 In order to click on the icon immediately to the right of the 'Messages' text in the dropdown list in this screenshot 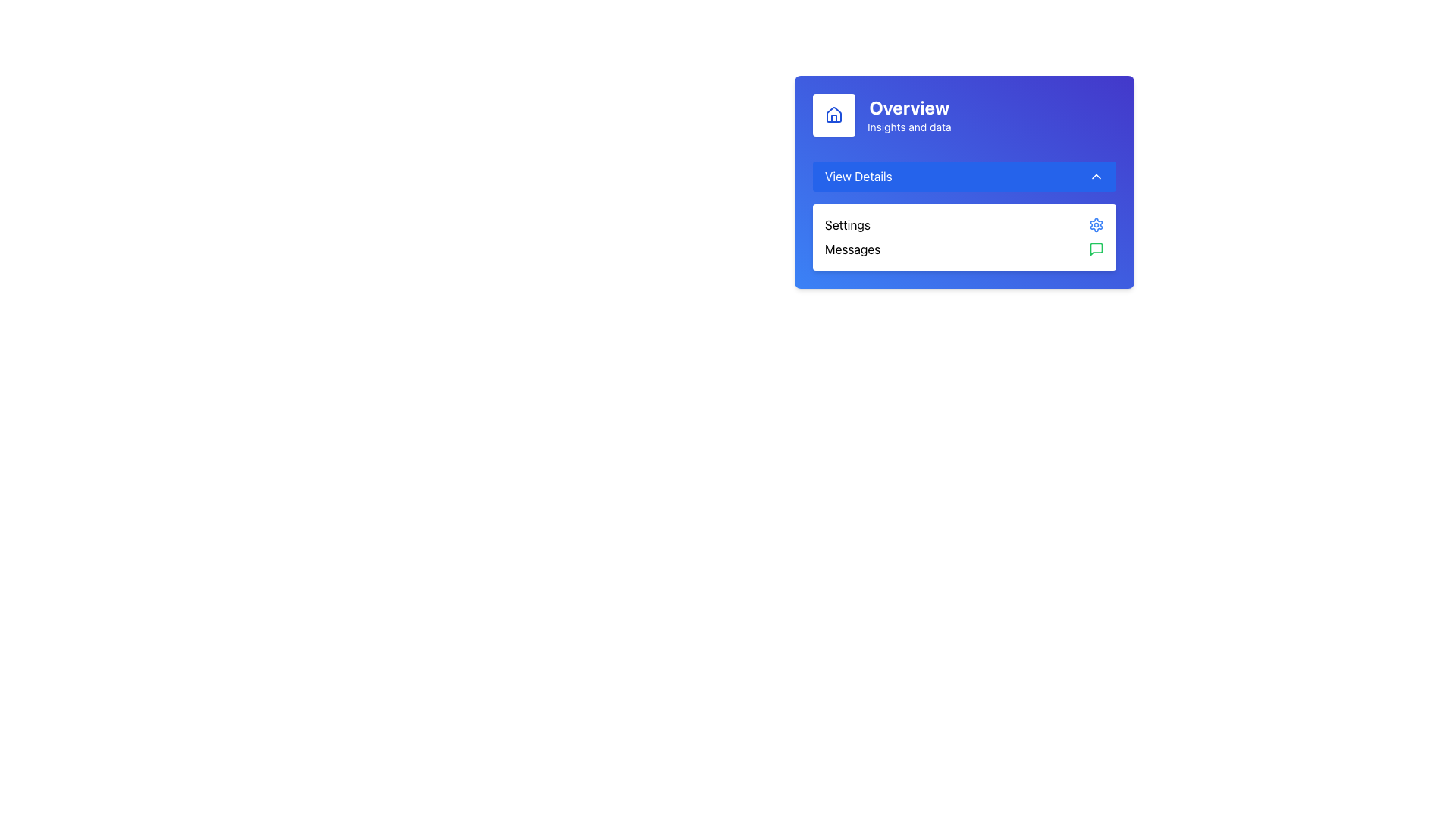, I will do `click(1096, 248)`.